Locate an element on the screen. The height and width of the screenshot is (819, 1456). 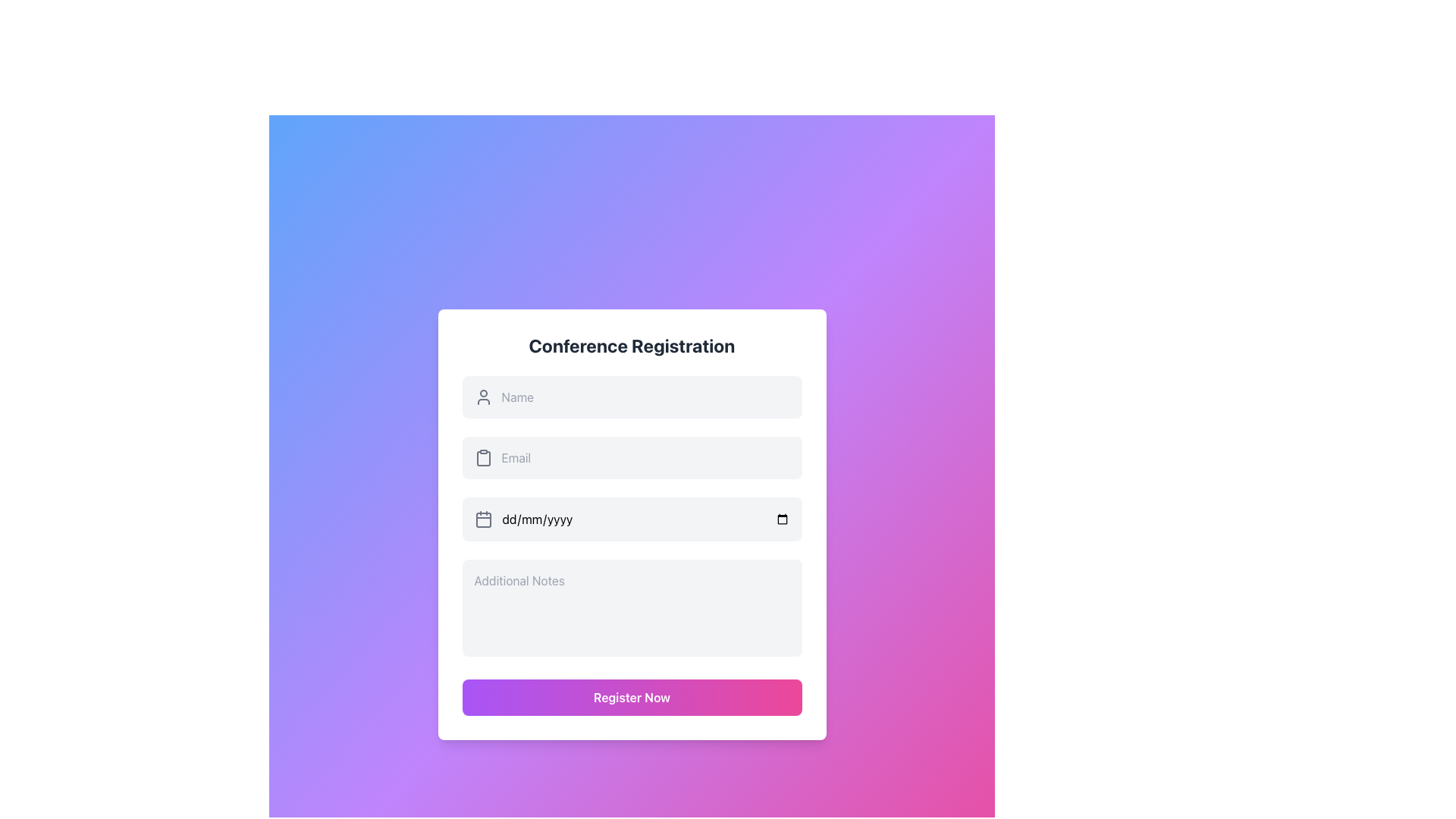
the prominently displayed title 'Conference Registration' which is styled in a bold and large font, located at the top of the card interface is located at coordinates (632, 345).